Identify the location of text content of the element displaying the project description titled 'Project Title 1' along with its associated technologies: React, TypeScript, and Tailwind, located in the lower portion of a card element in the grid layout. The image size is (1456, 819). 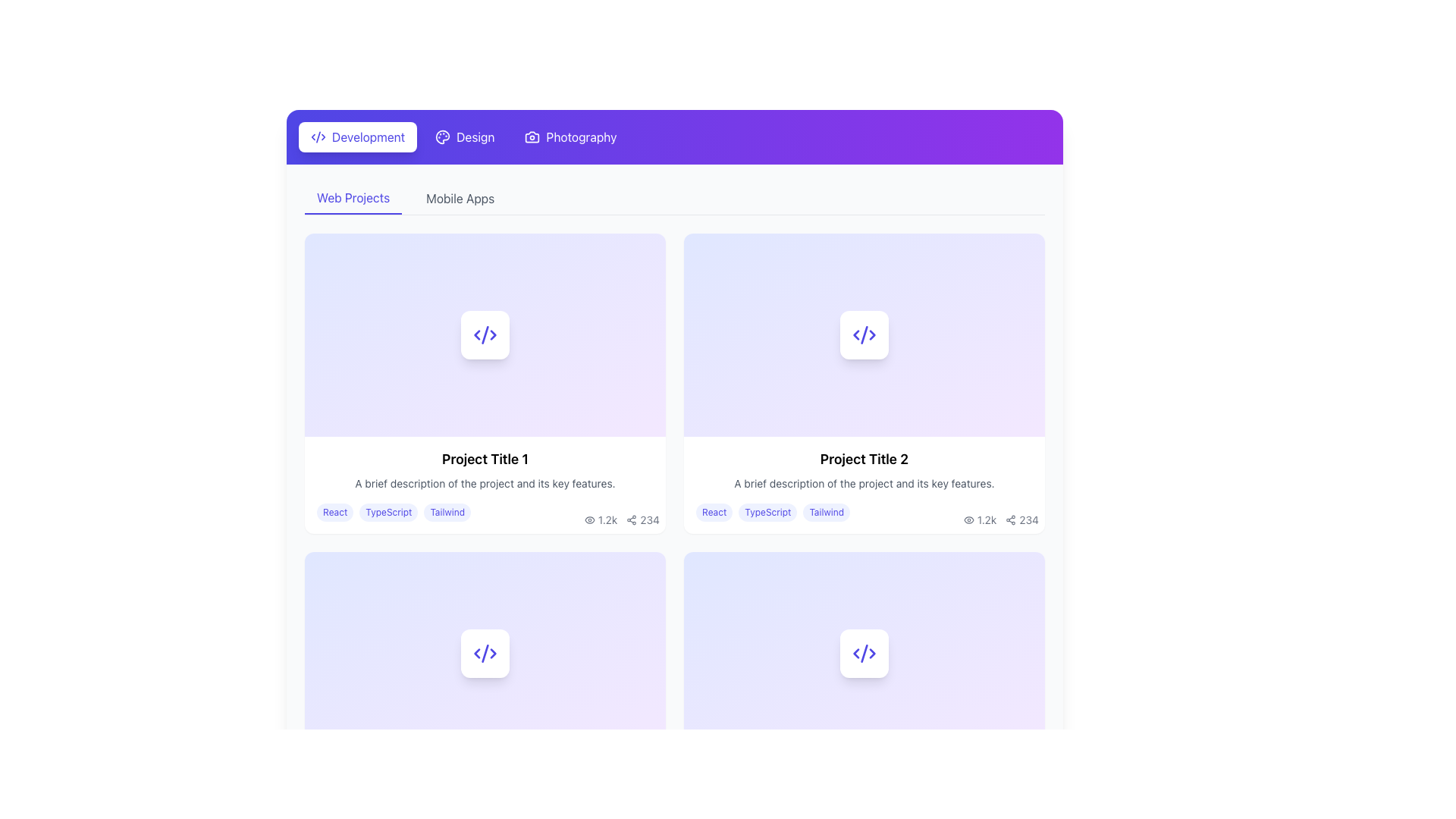
(484, 485).